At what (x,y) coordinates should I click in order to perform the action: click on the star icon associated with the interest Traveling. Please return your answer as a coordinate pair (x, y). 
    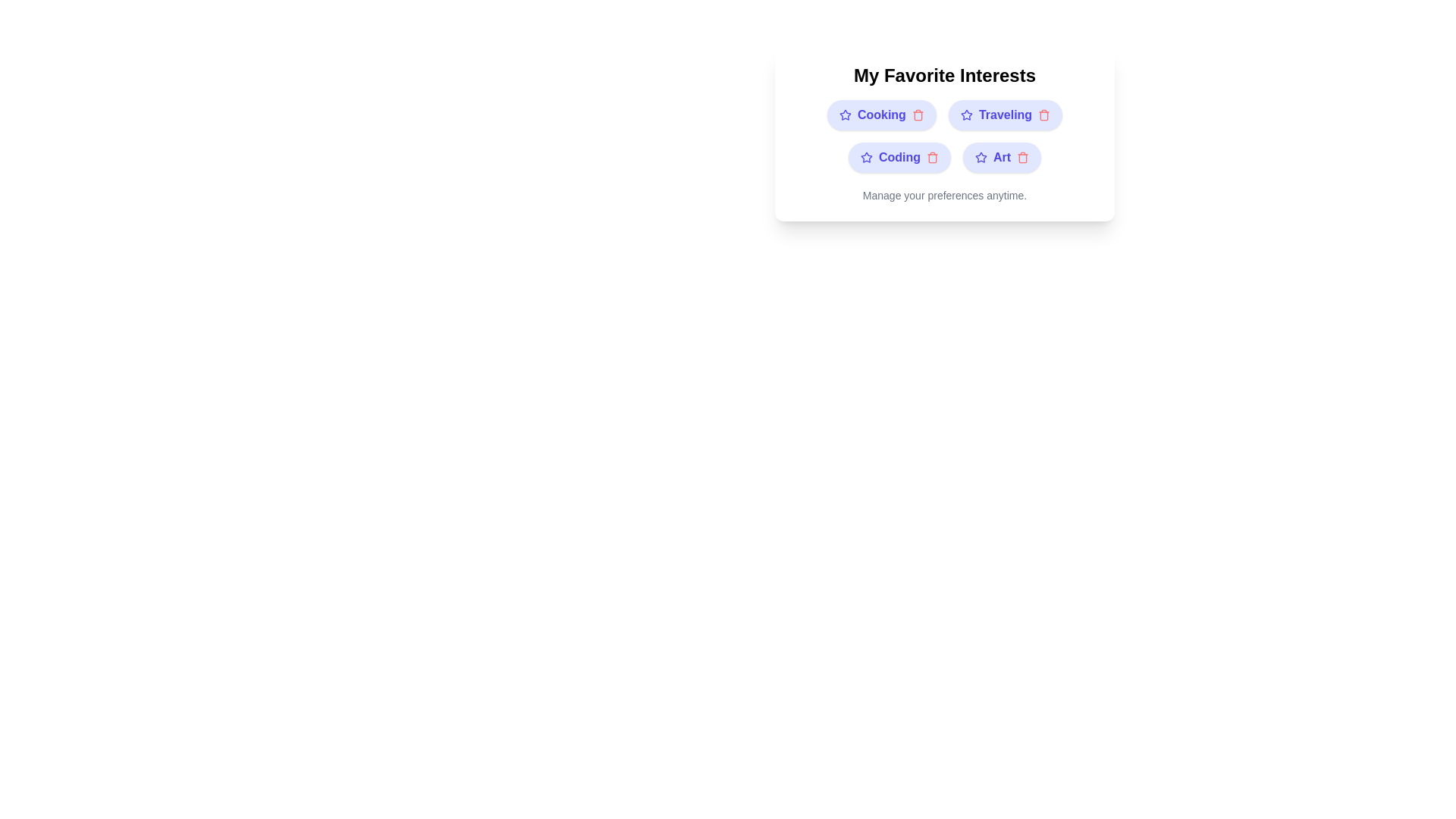
    Looking at the image, I should click on (965, 114).